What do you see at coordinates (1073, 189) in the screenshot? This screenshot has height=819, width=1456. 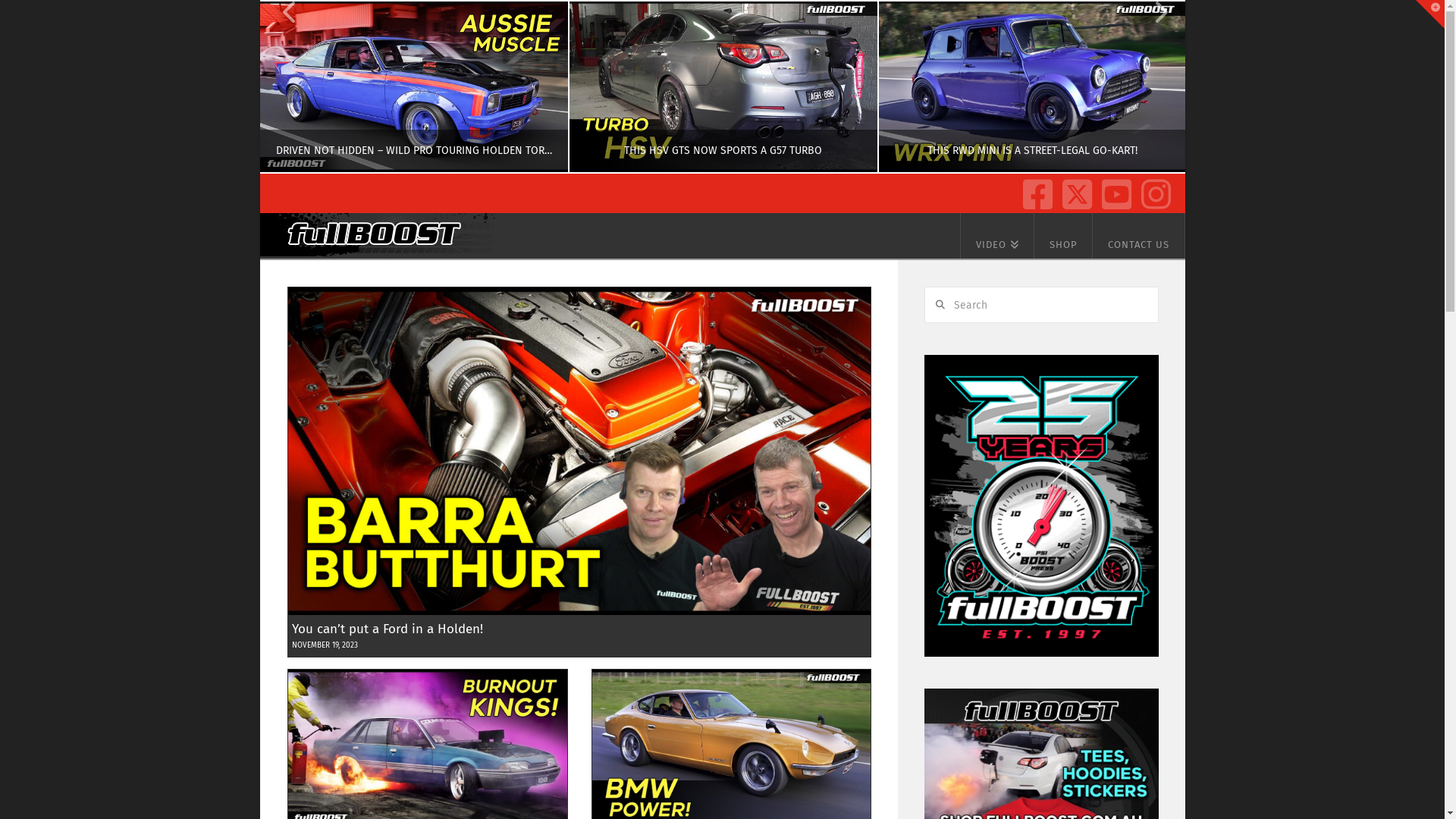 I see `'X / Twitter'` at bounding box center [1073, 189].